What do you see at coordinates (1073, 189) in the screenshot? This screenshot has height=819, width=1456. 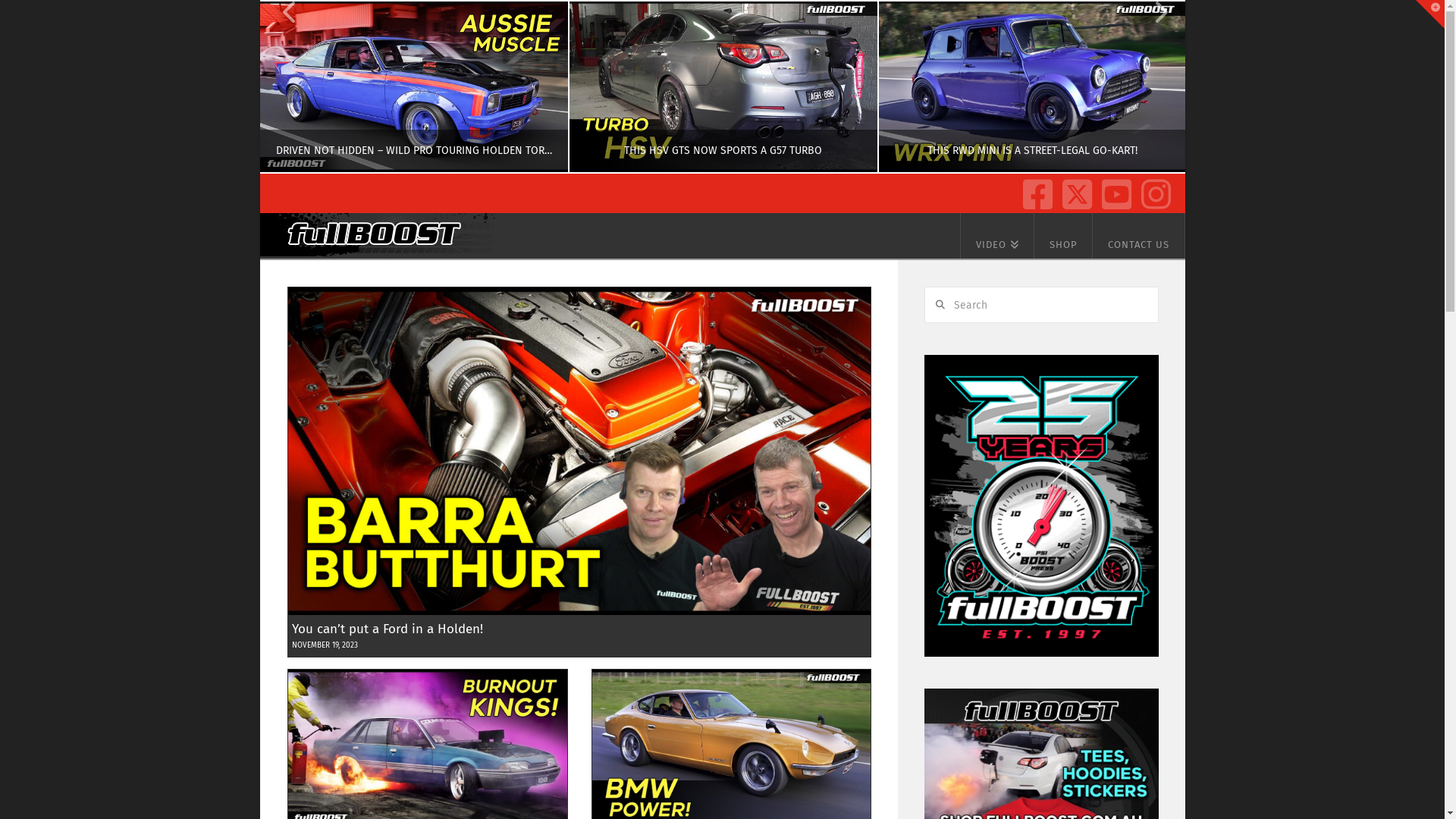 I see `'X / Twitter'` at bounding box center [1073, 189].